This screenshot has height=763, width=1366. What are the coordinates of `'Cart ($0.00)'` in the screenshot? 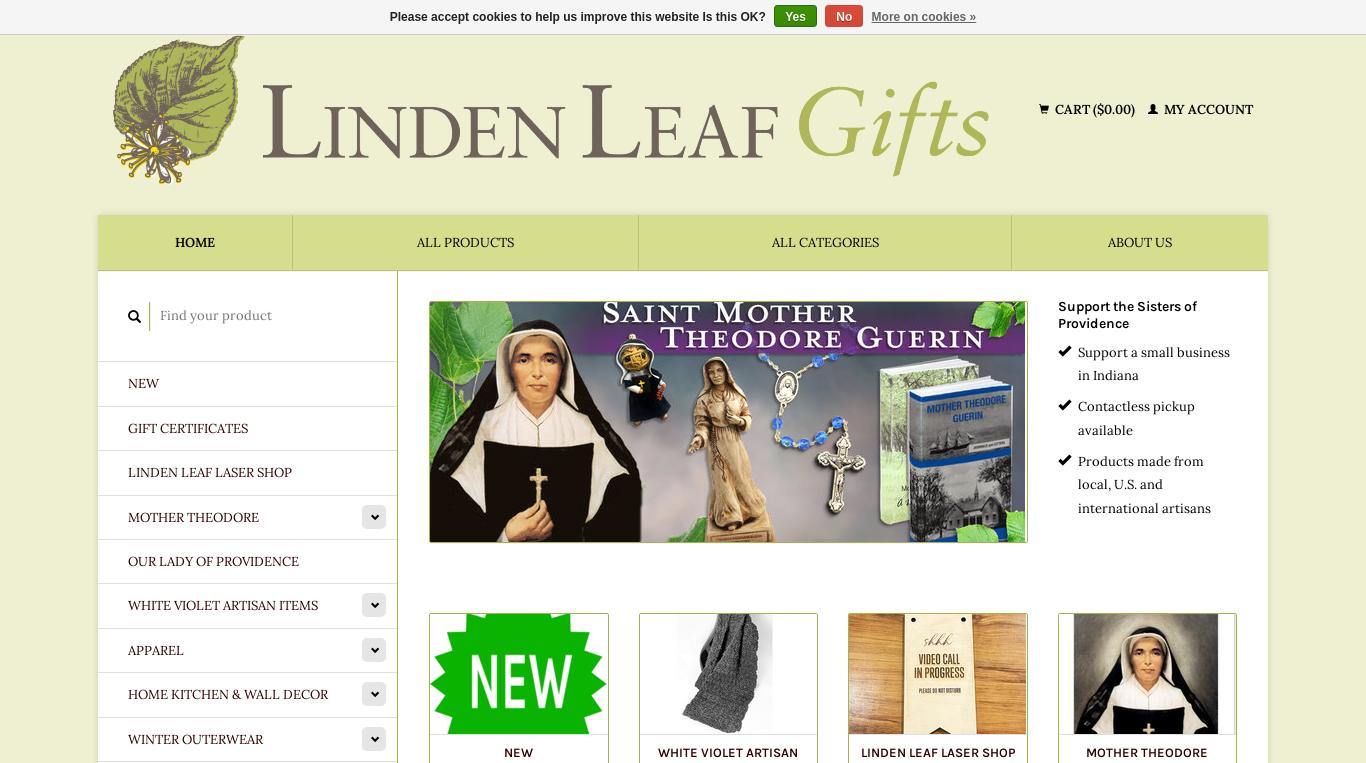 It's located at (1093, 109).